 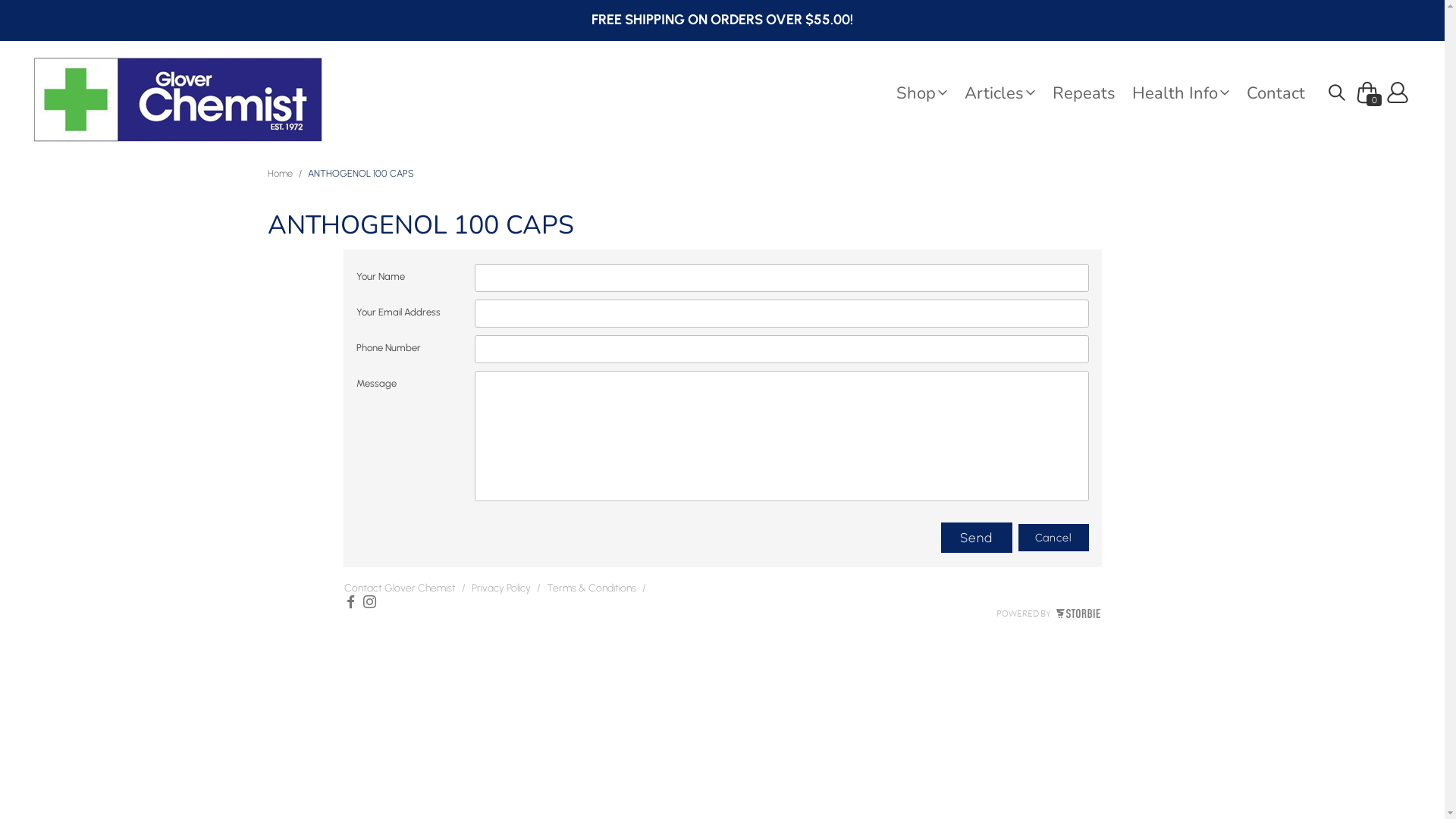 What do you see at coordinates (350, 604) in the screenshot?
I see `'Facebook'` at bounding box center [350, 604].